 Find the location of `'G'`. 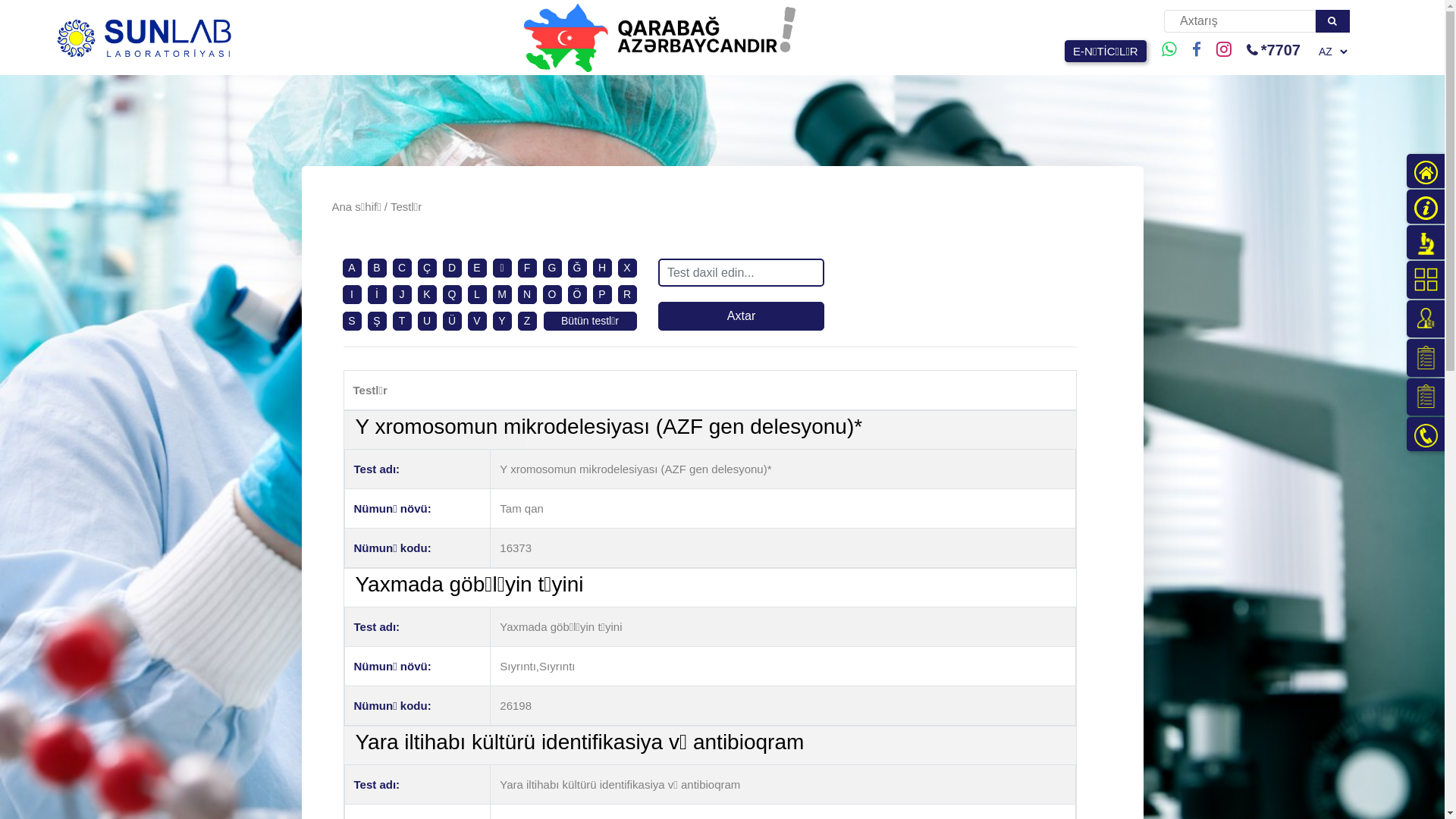

'G' is located at coordinates (551, 267).